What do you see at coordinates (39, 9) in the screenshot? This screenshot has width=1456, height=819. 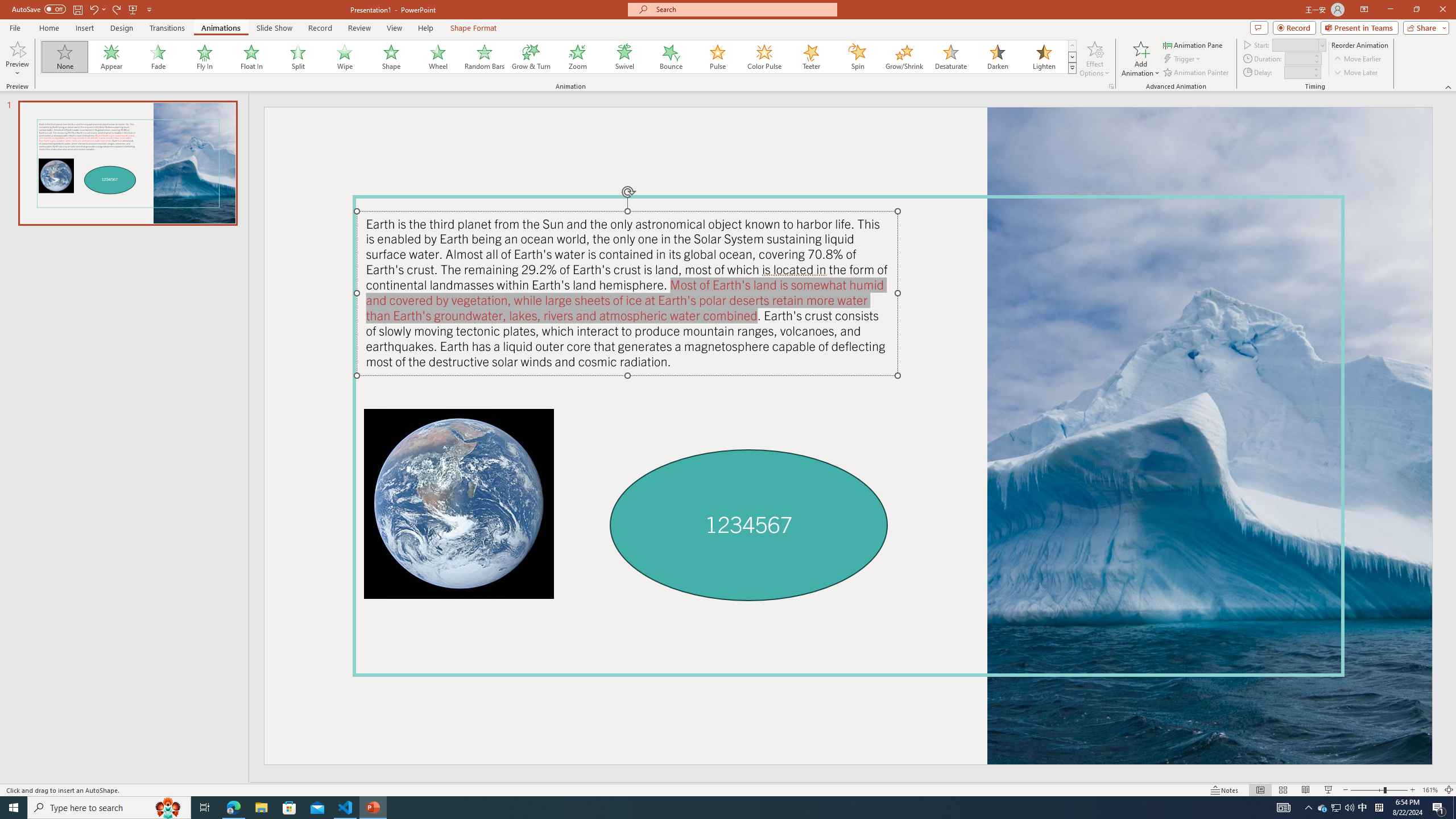 I see `'AutoSave'` at bounding box center [39, 9].